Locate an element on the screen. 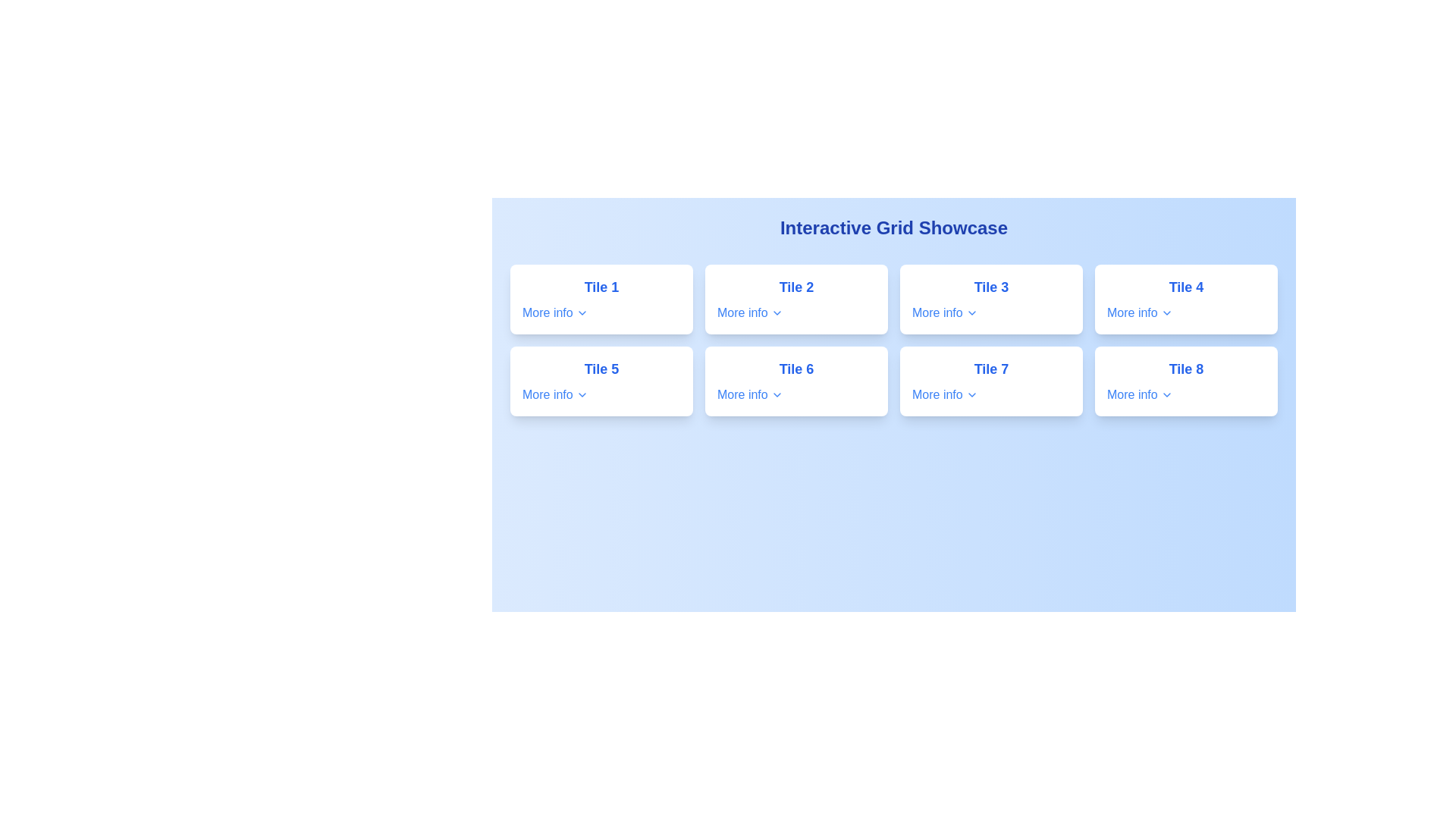 The height and width of the screenshot is (819, 1456). the interactive button or link associated with 'Tile 6' is located at coordinates (750, 394).